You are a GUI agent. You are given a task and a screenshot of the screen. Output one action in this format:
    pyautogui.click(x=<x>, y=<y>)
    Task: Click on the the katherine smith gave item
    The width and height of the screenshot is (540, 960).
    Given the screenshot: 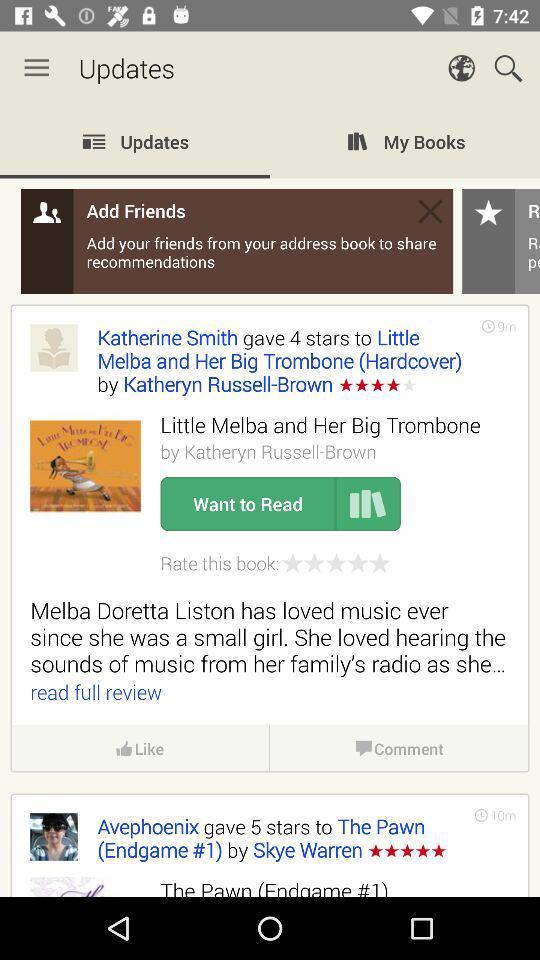 What is the action you would take?
    pyautogui.click(x=278, y=360)
    